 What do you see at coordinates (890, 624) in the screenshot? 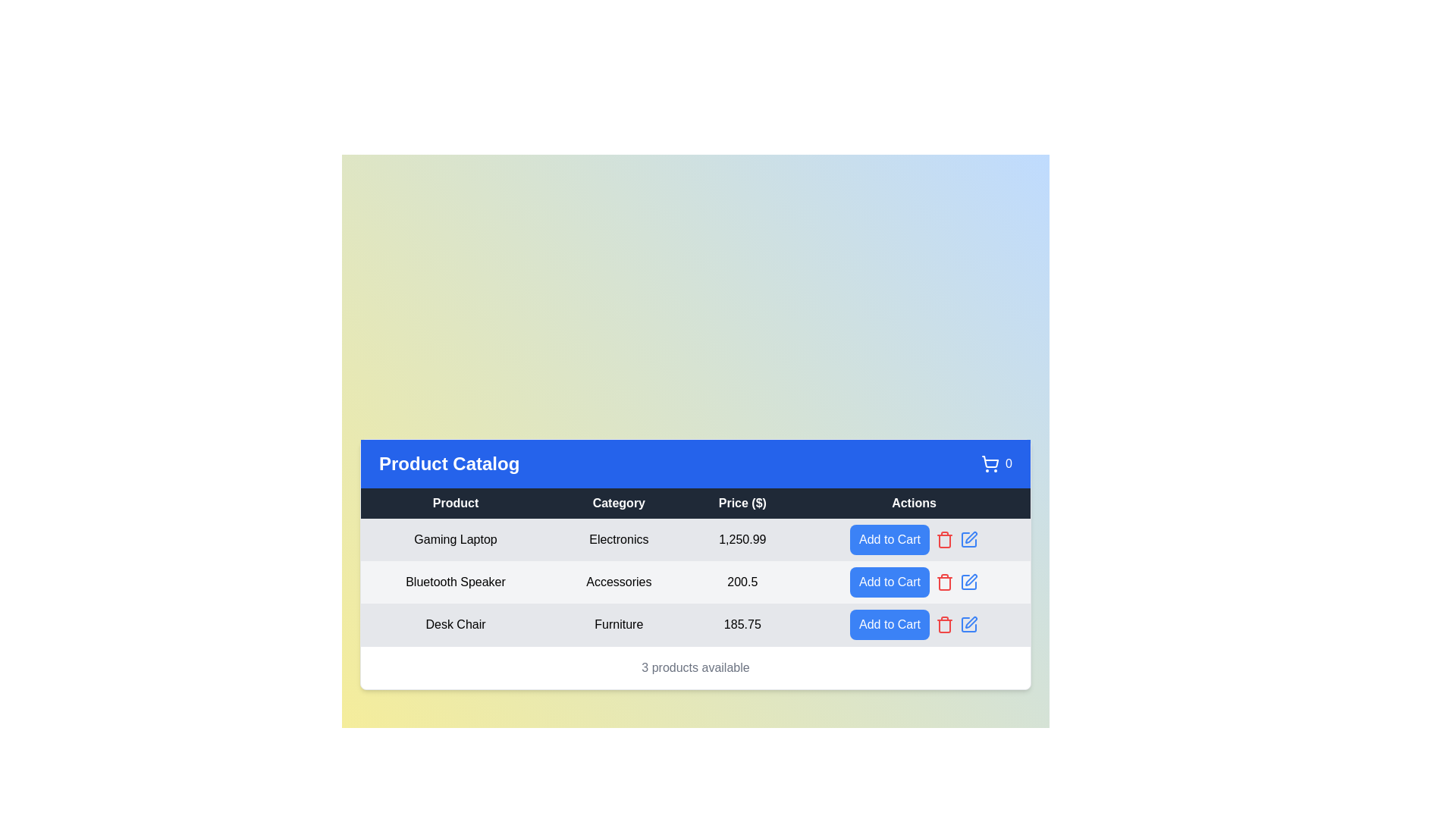
I see `the 'Add to Cart' button located in the 'Actions' column of the 'Furniture' row in the product table` at bounding box center [890, 624].